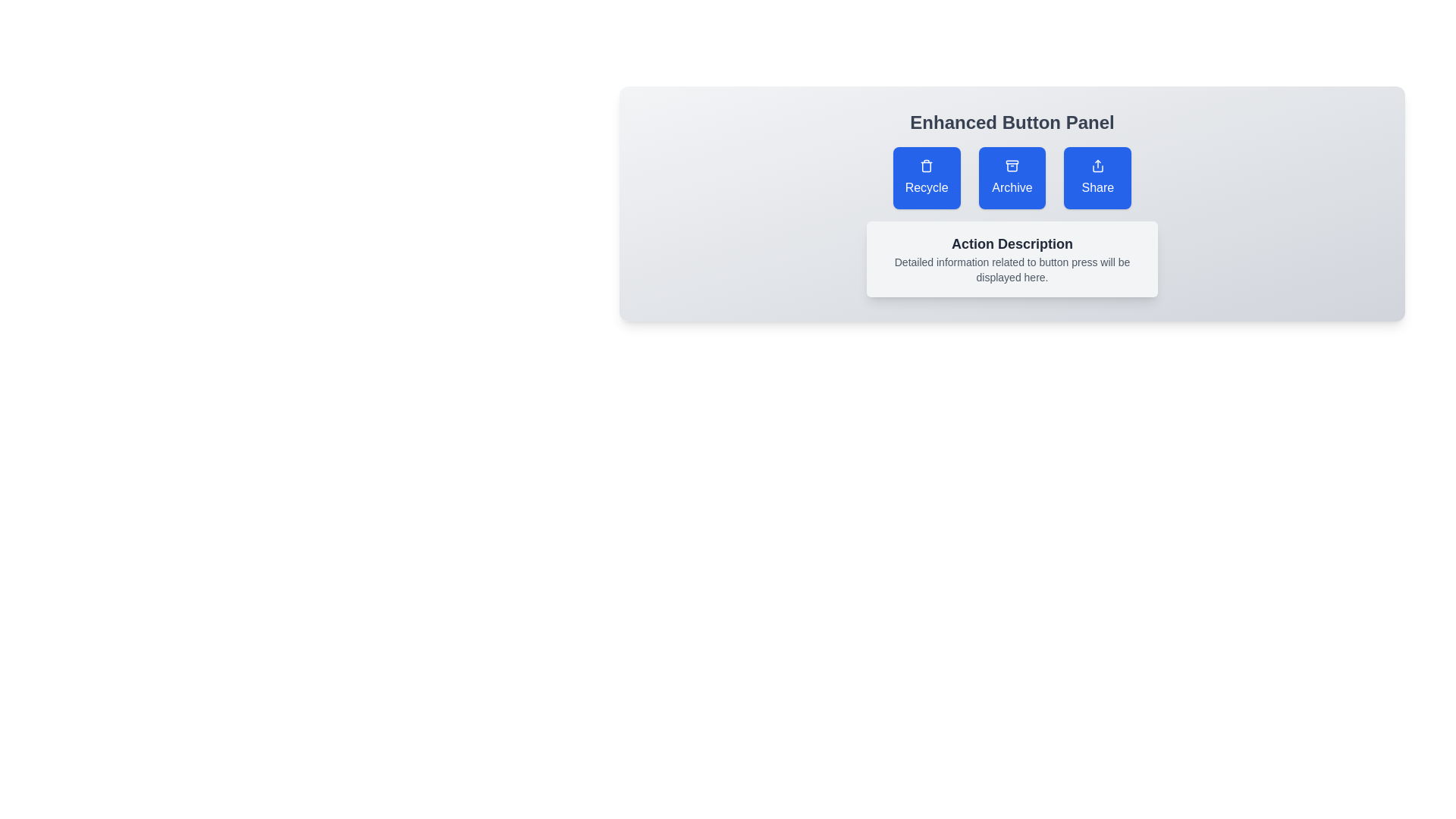 The height and width of the screenshot is (819, 1456). What do you see at coordinates (1012, 243) in the screenshot?
I see `the title text element that serves as a heading above the descriptive text within the card, which is located below the blue buttons labeled 'Recycle', 'Archive', and 'Share'` at bounding box center [1012, 243].